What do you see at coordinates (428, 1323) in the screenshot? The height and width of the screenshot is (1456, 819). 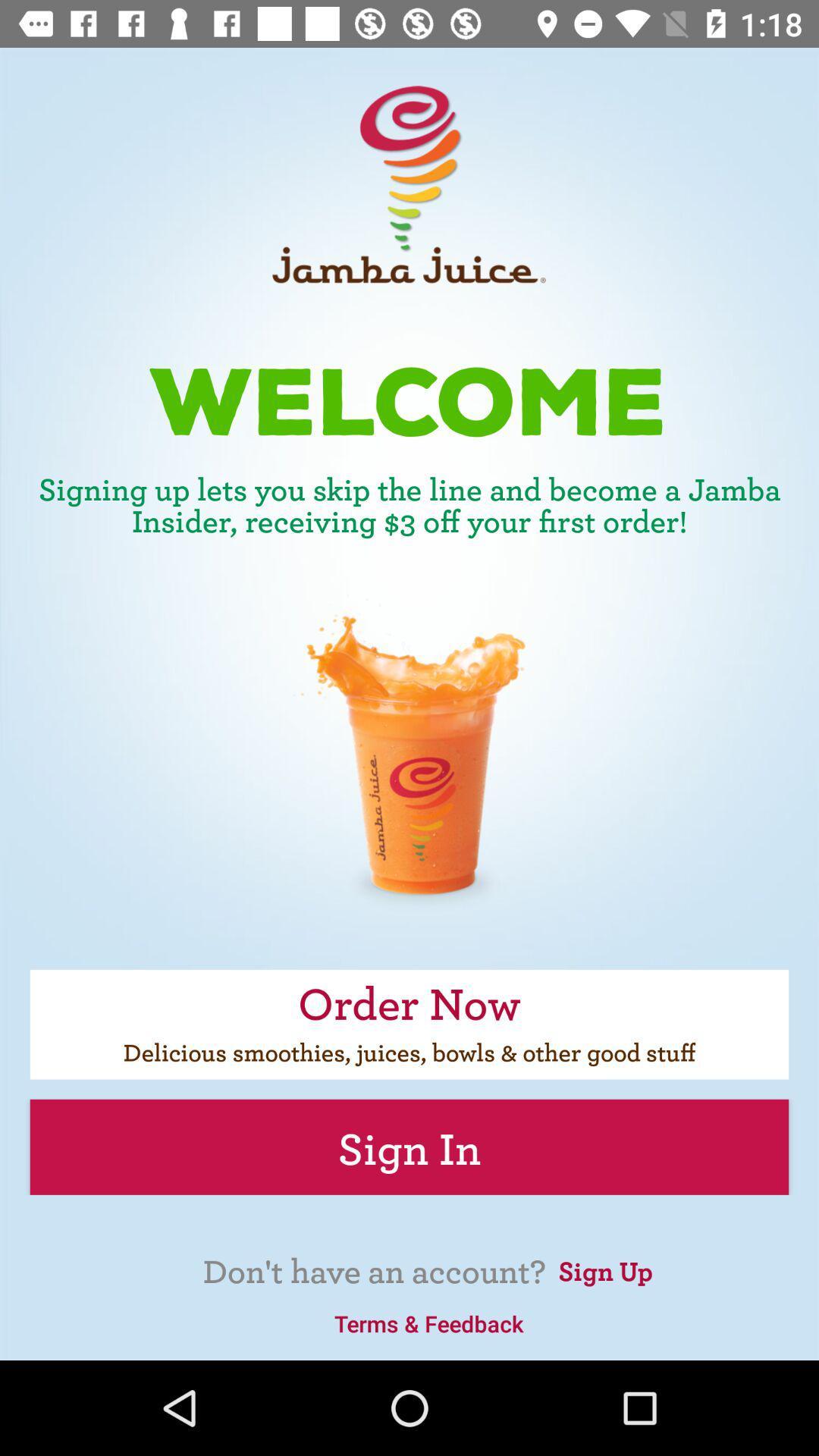 I see `the item to the left of the sign up icon` at bounding box center [428, 1323].